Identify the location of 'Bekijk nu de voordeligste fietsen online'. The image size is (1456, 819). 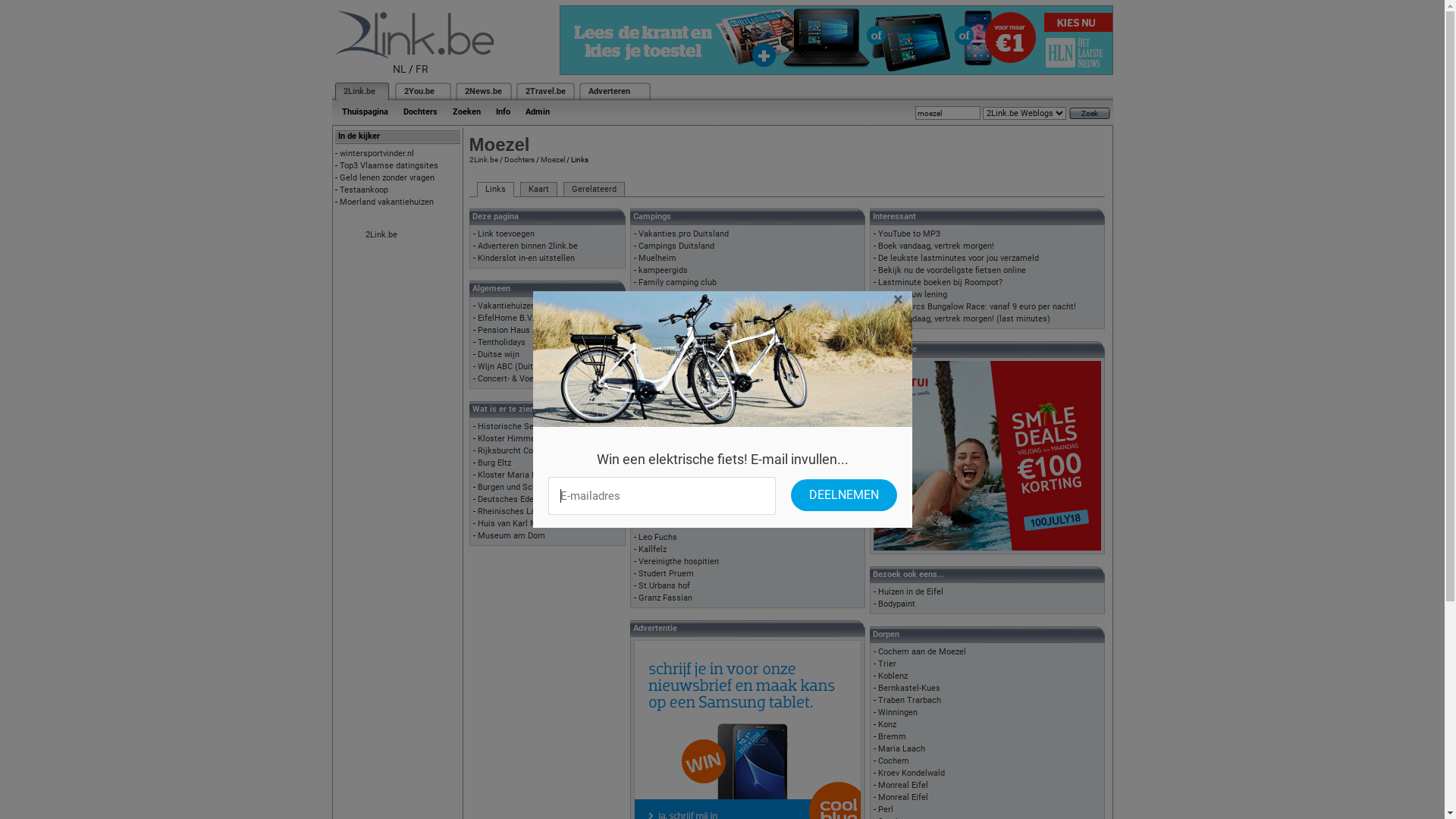
(951, 269).